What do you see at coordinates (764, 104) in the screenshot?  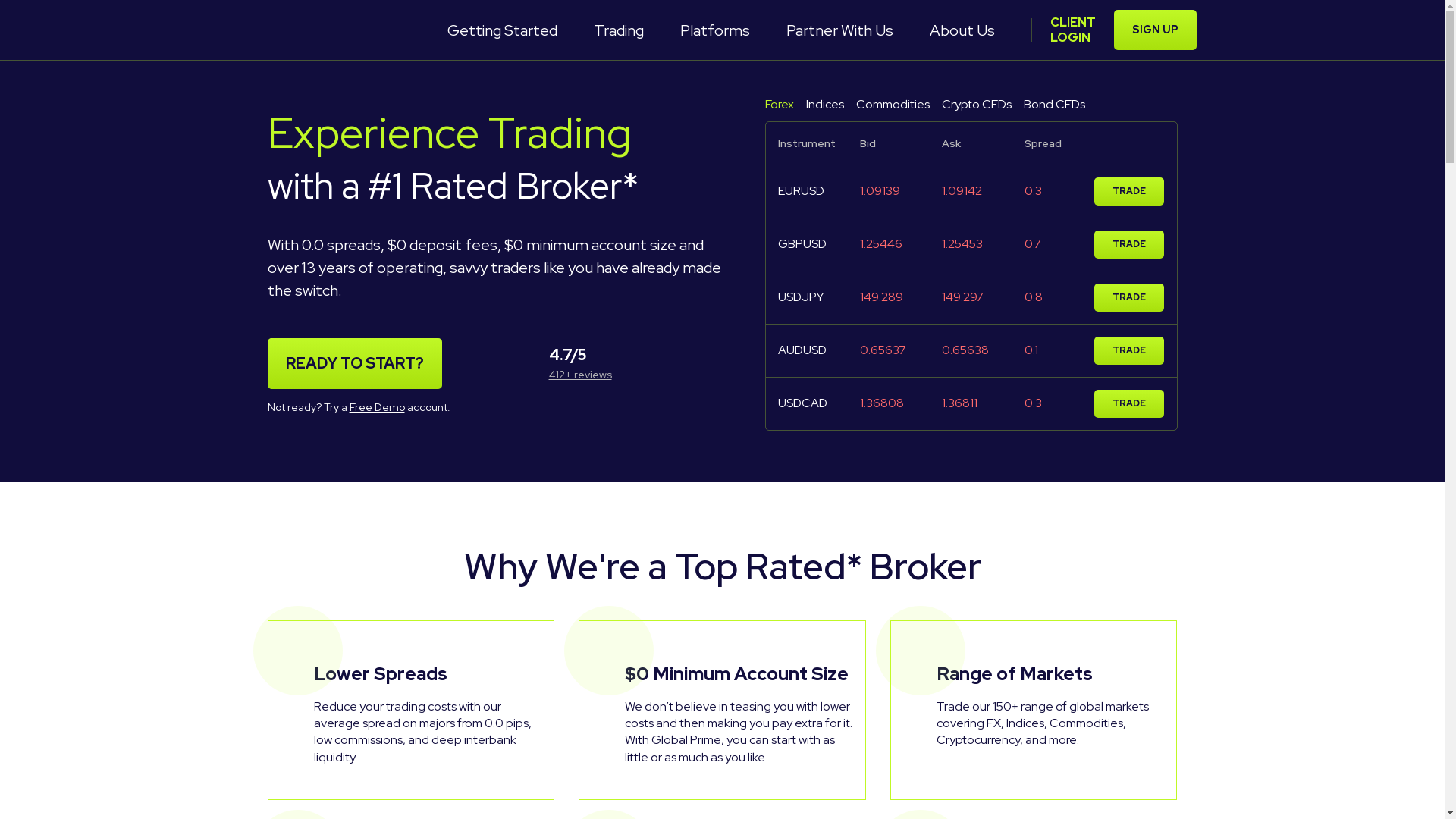 I see `'Forex'` at bounding box center [764, 104].